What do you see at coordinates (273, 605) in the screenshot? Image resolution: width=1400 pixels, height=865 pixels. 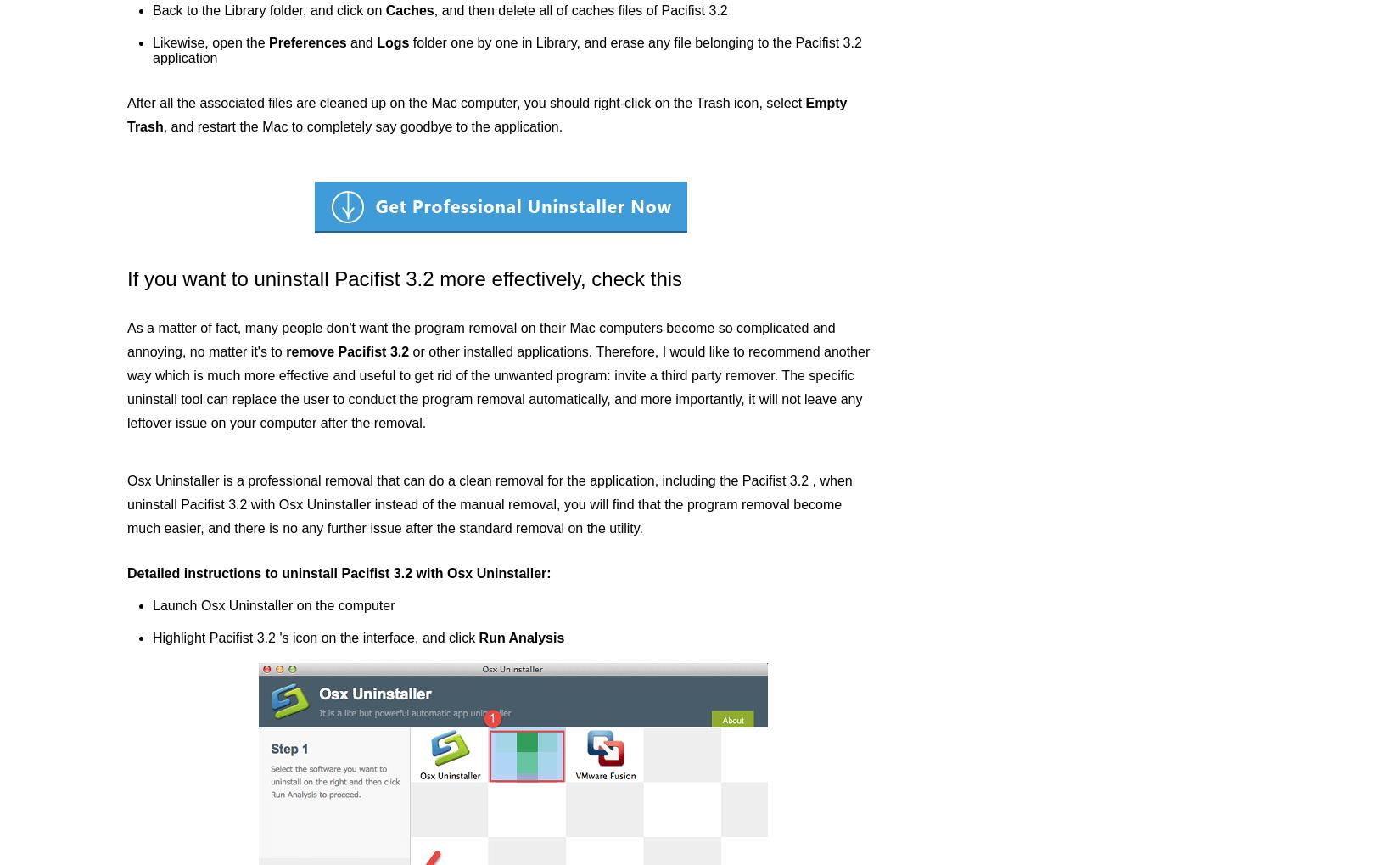 I see `'Launch Osx Uninstaller on the computer'` at bounding box center [273, 605].